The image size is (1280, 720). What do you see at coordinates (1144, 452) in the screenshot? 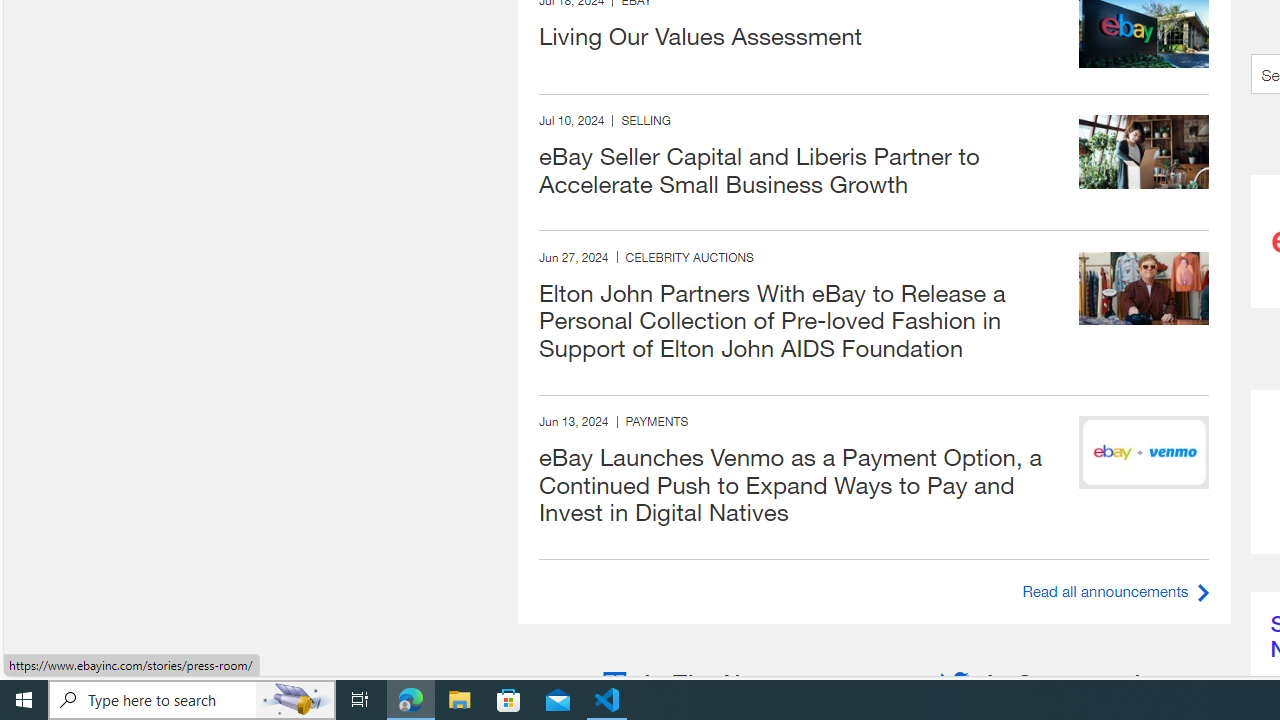
I see `'240612 eBay inc hero'` at bounding box center [1144, 452].